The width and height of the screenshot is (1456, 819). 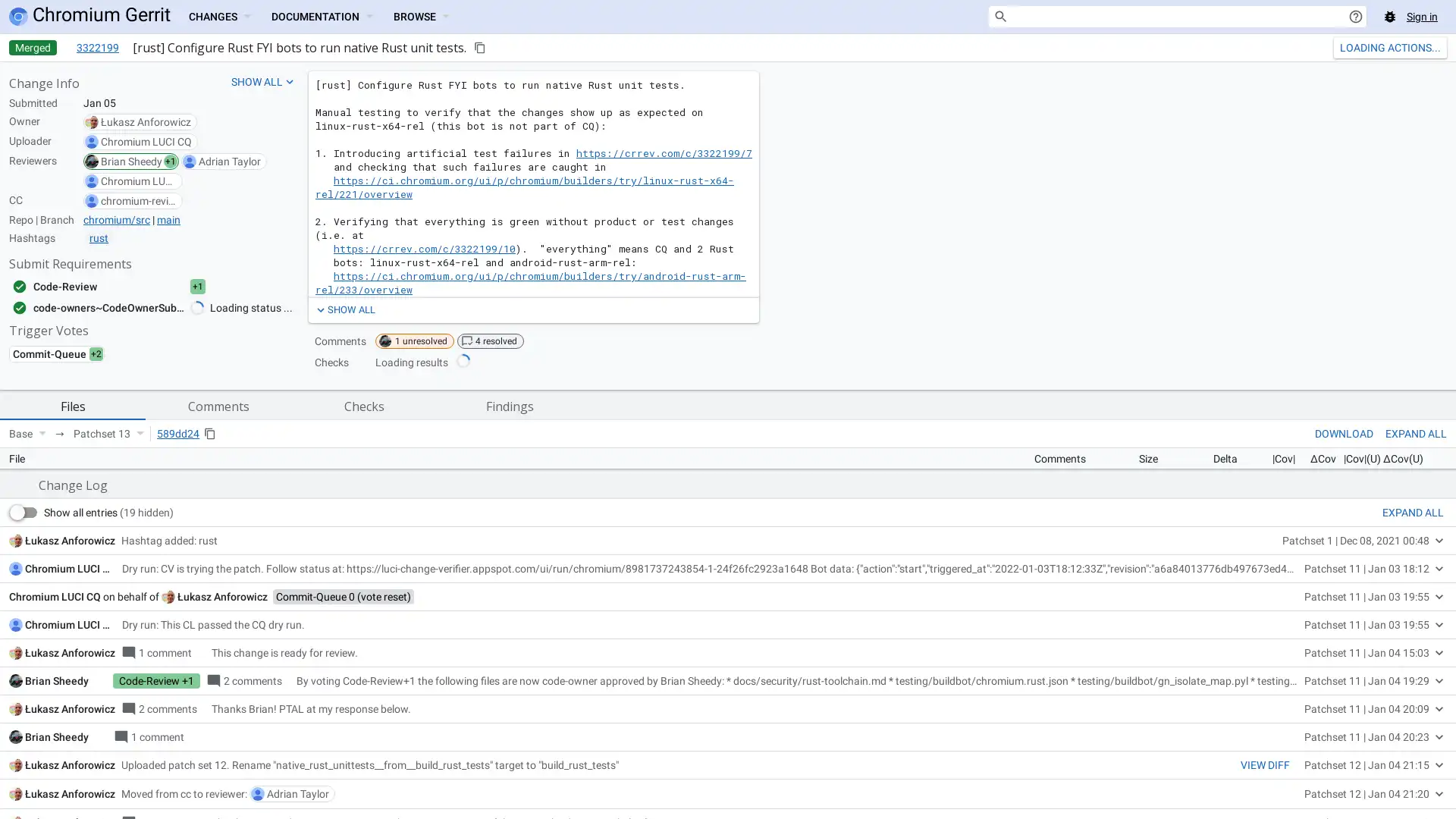 What do you see at coordinates (1420, 660) in the screenshot?
I see `FILE BUG` at bounding box center [1420, 660].